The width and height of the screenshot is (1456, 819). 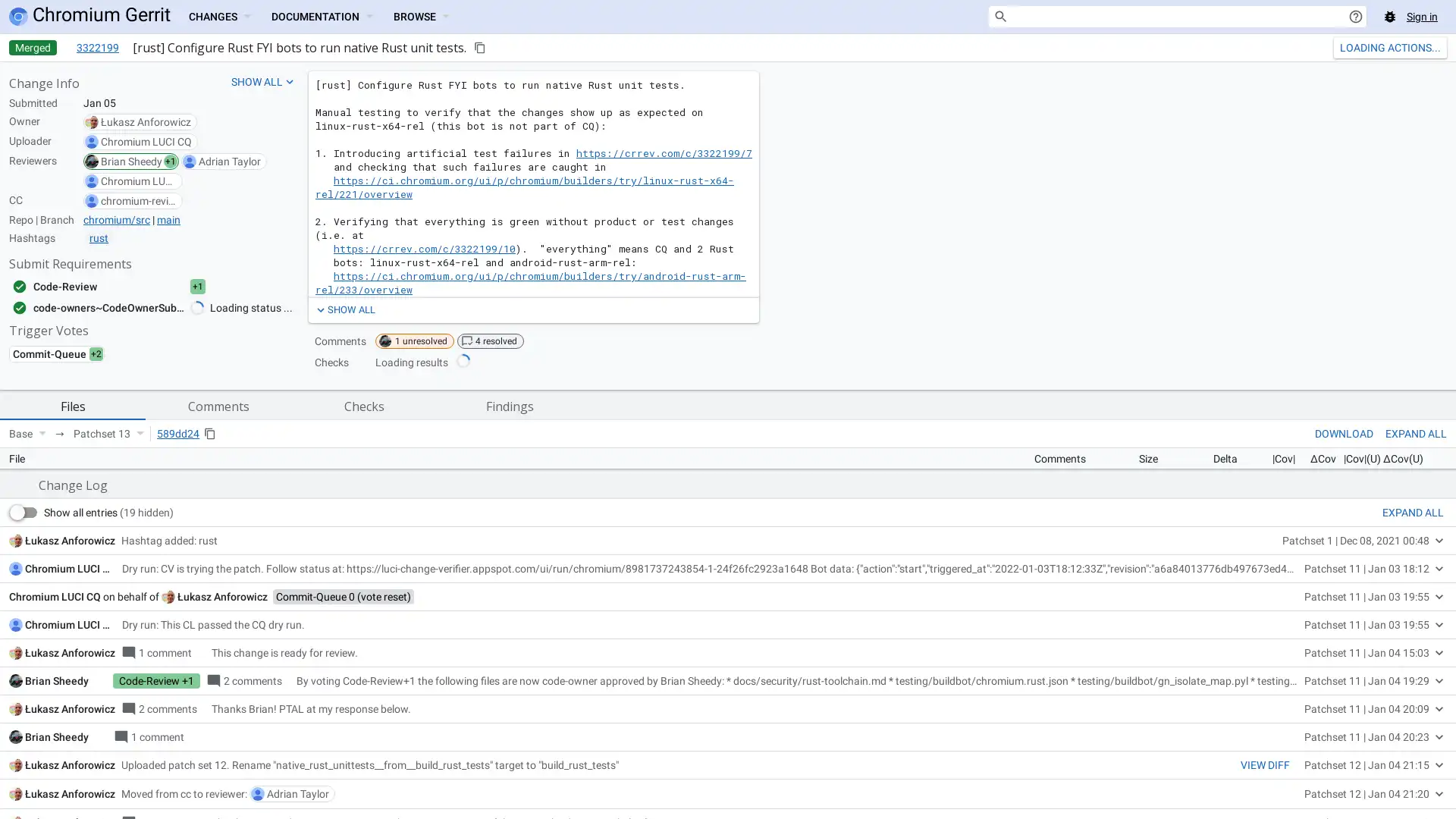 What do you see at coordinates (1420, 660) in the screenshot?
I see `FILE BUG` at bounding box center [1420, 660].